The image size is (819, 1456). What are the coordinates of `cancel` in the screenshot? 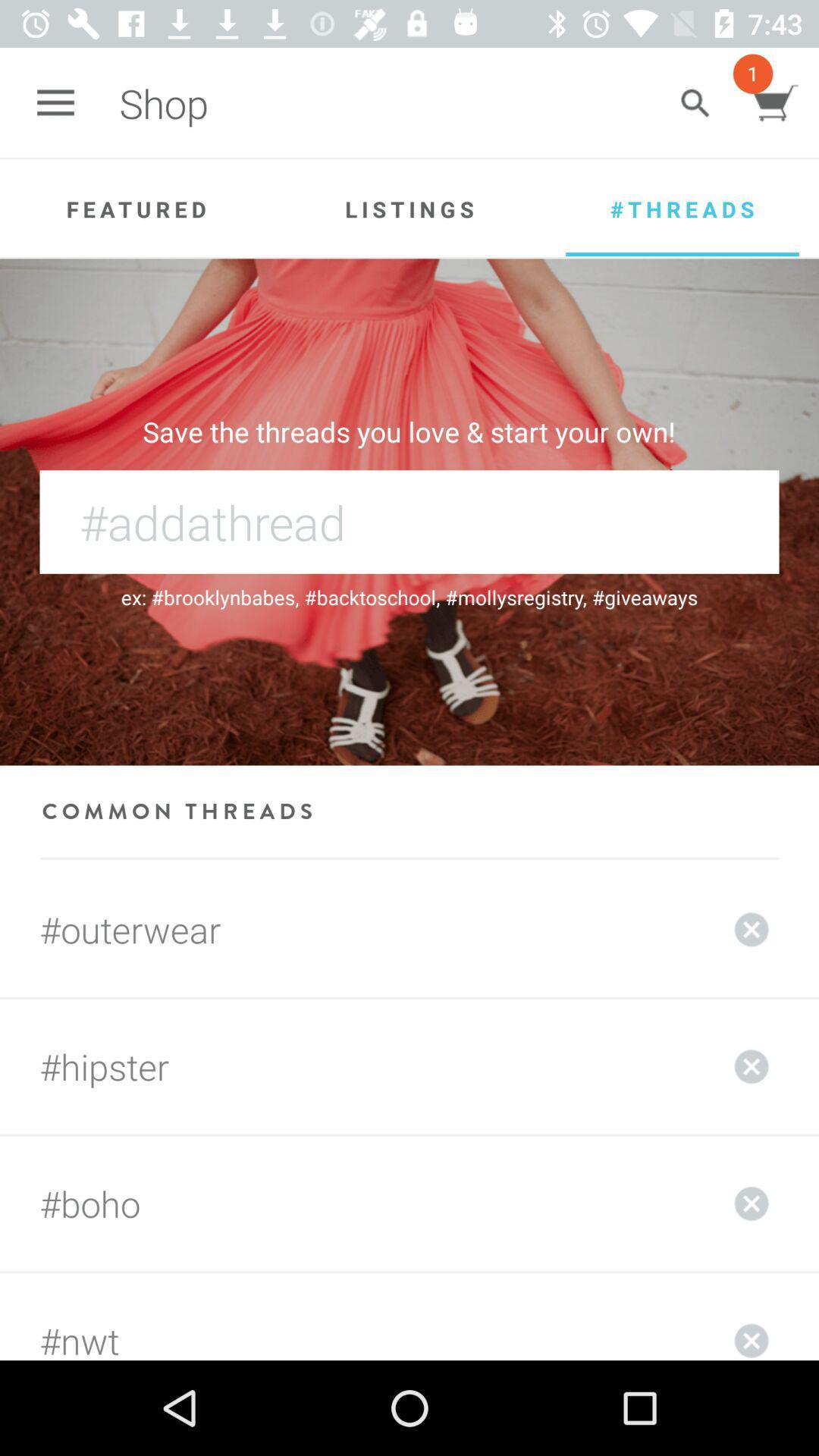 It's located at (752, 1203).